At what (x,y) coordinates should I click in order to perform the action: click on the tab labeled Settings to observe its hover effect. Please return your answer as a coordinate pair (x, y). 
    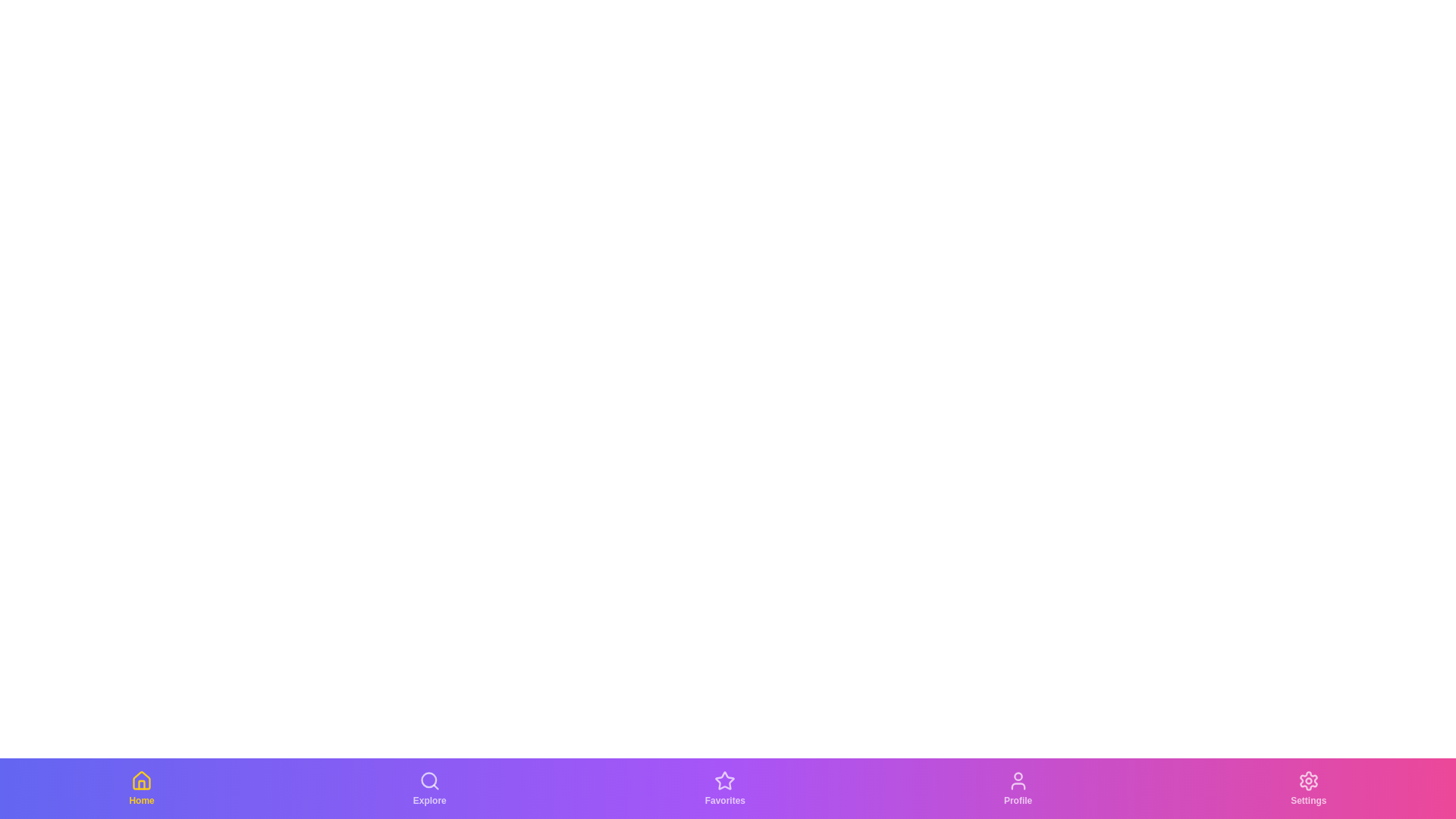
    Looking at the image, I should click on (1307, 788).